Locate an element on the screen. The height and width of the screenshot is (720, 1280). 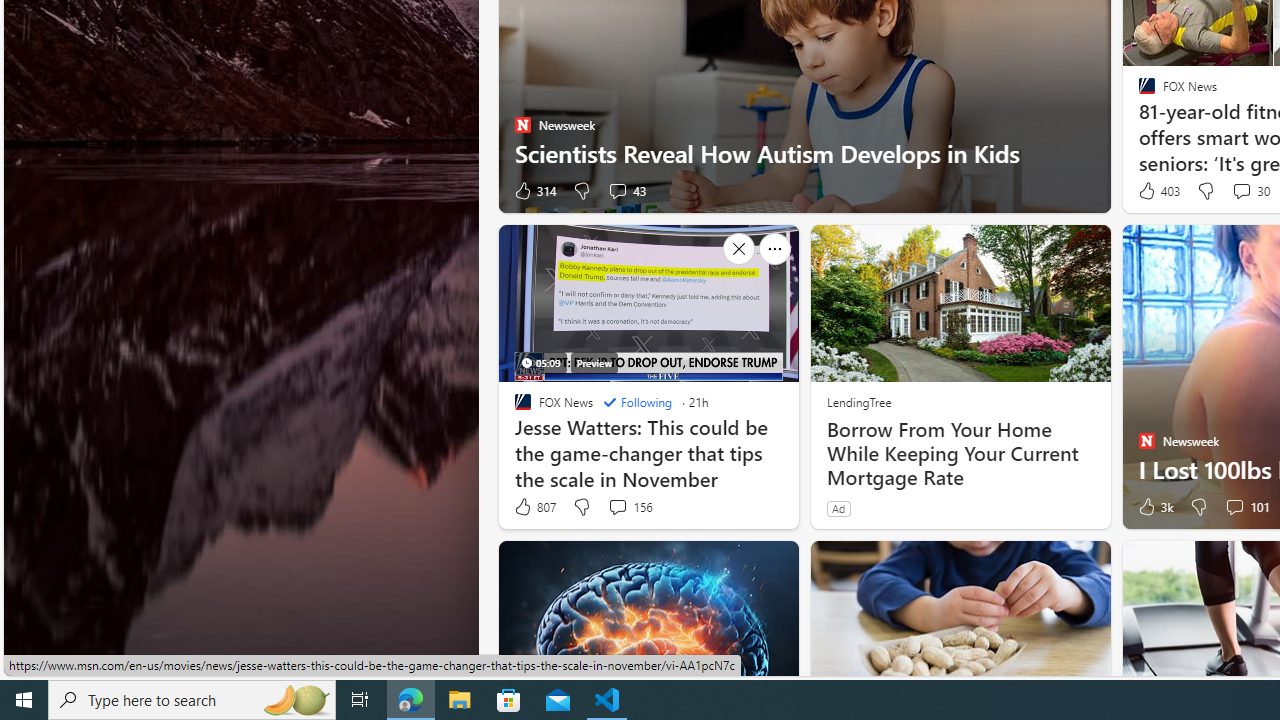
'View comments 43 Comment' is located at coordinates (616, 190).